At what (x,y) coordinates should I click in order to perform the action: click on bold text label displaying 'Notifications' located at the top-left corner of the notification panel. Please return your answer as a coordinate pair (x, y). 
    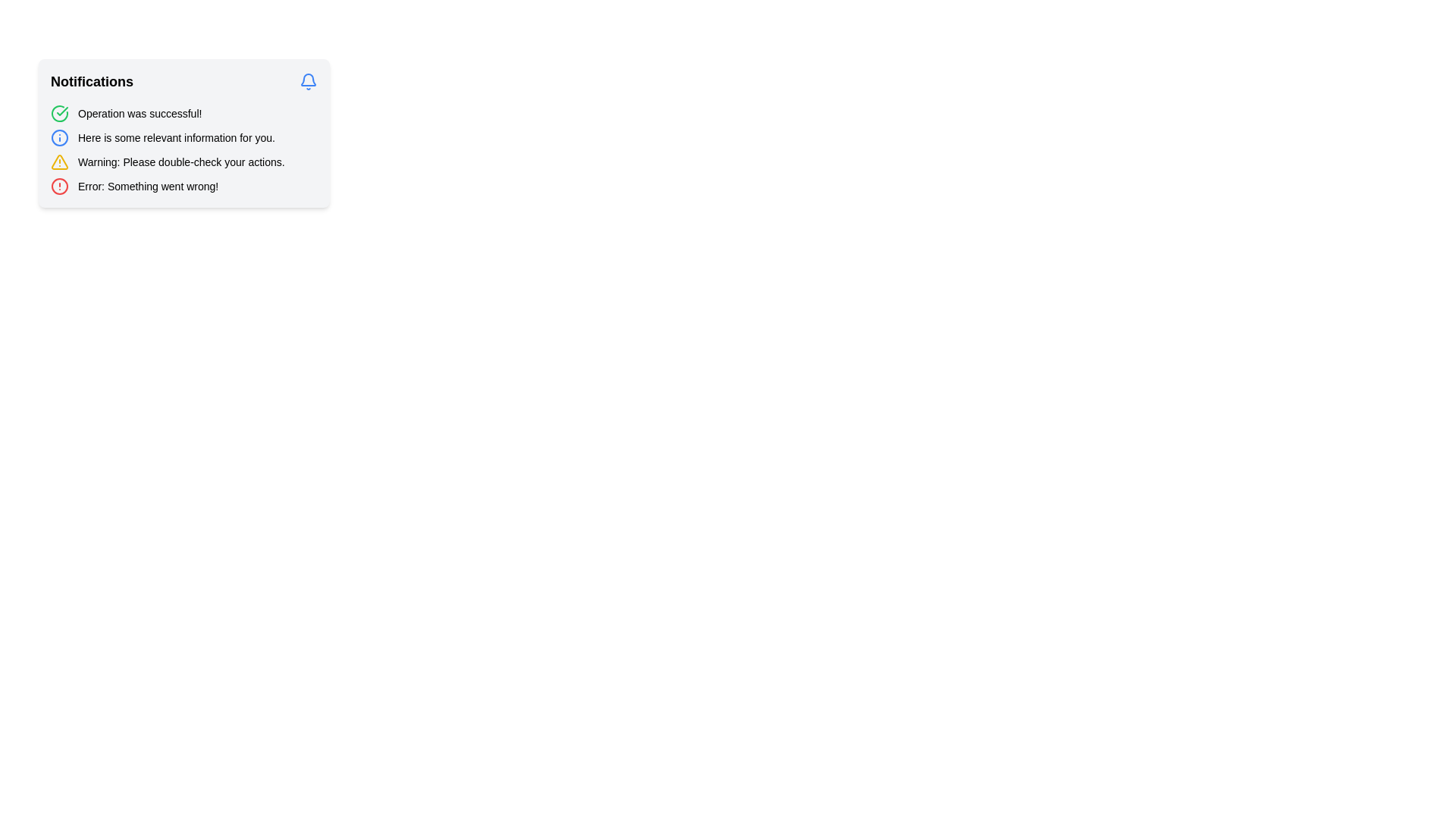
    Looking at the image, I should click on (91, 82).